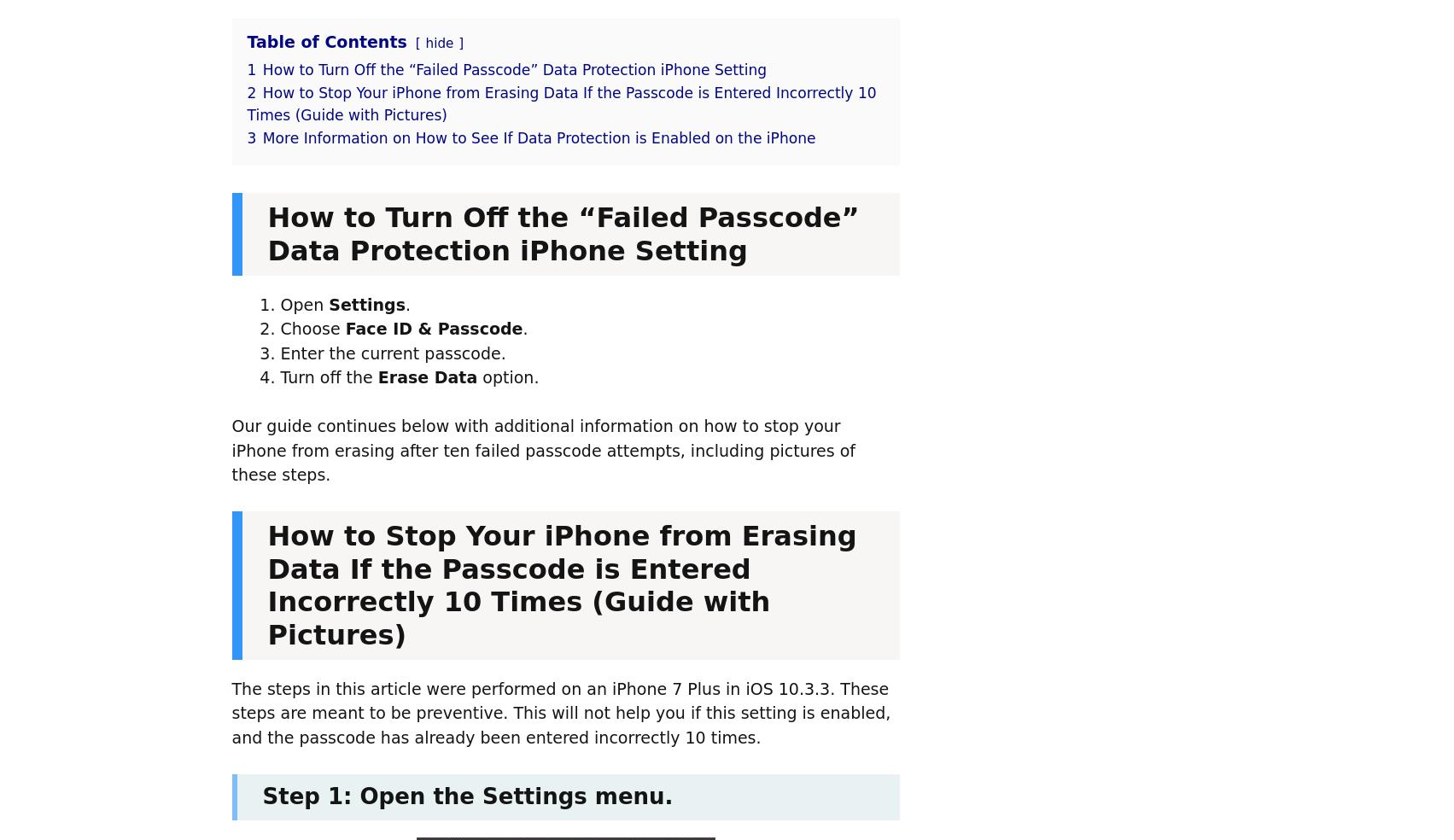 The height and width of the screenshot is (840, 1454). I want to click on 'option.', so click(476, 377).